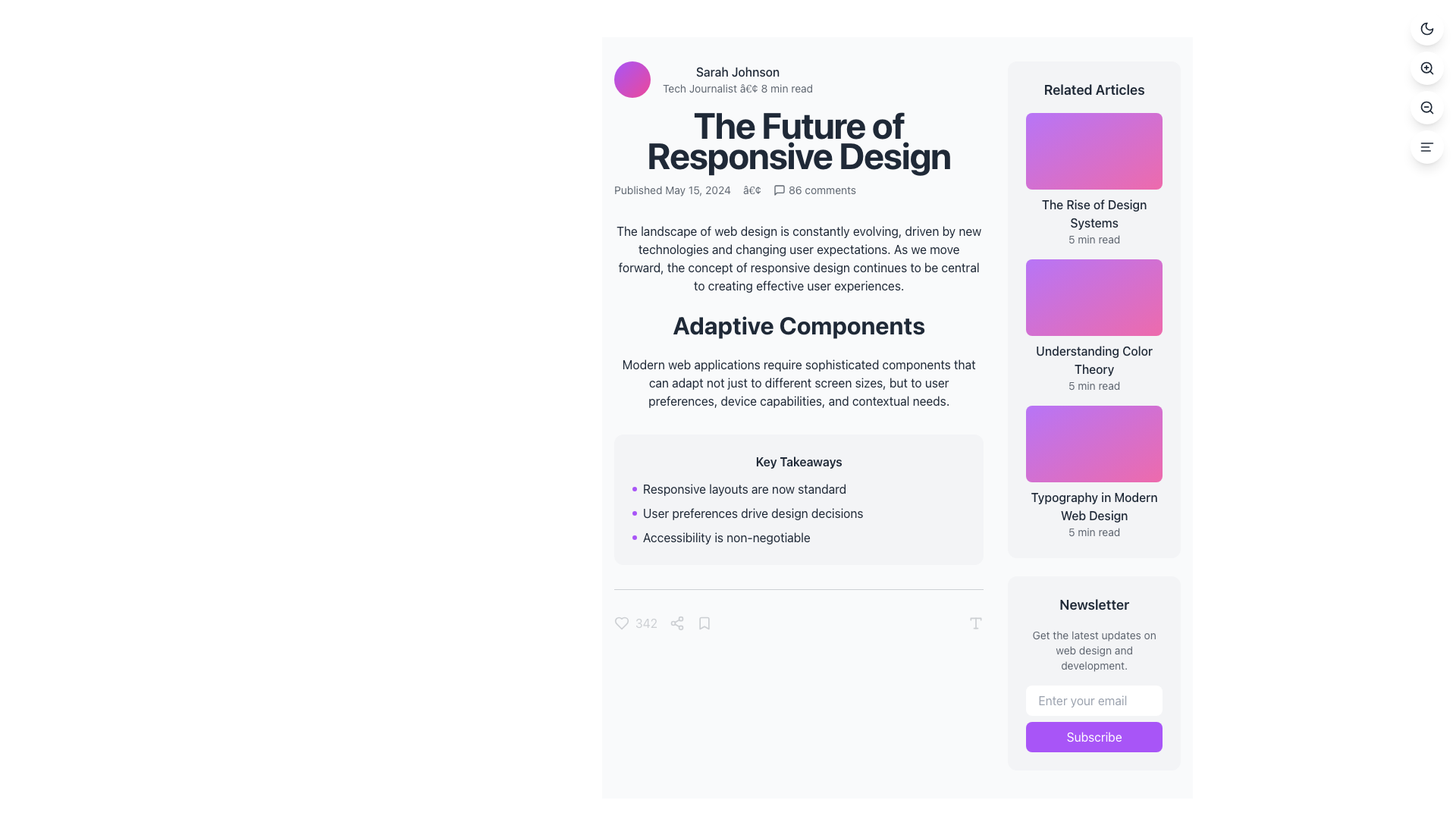 This screenshot has width=1456, height=819. What do you see at coordinates (779, 189) in the screenshot?
I see `the SVG element representing the message or chat bubble icon located near the top section of the article header area, adjacent to the comment count indicator` at bounding box center [779, 189].